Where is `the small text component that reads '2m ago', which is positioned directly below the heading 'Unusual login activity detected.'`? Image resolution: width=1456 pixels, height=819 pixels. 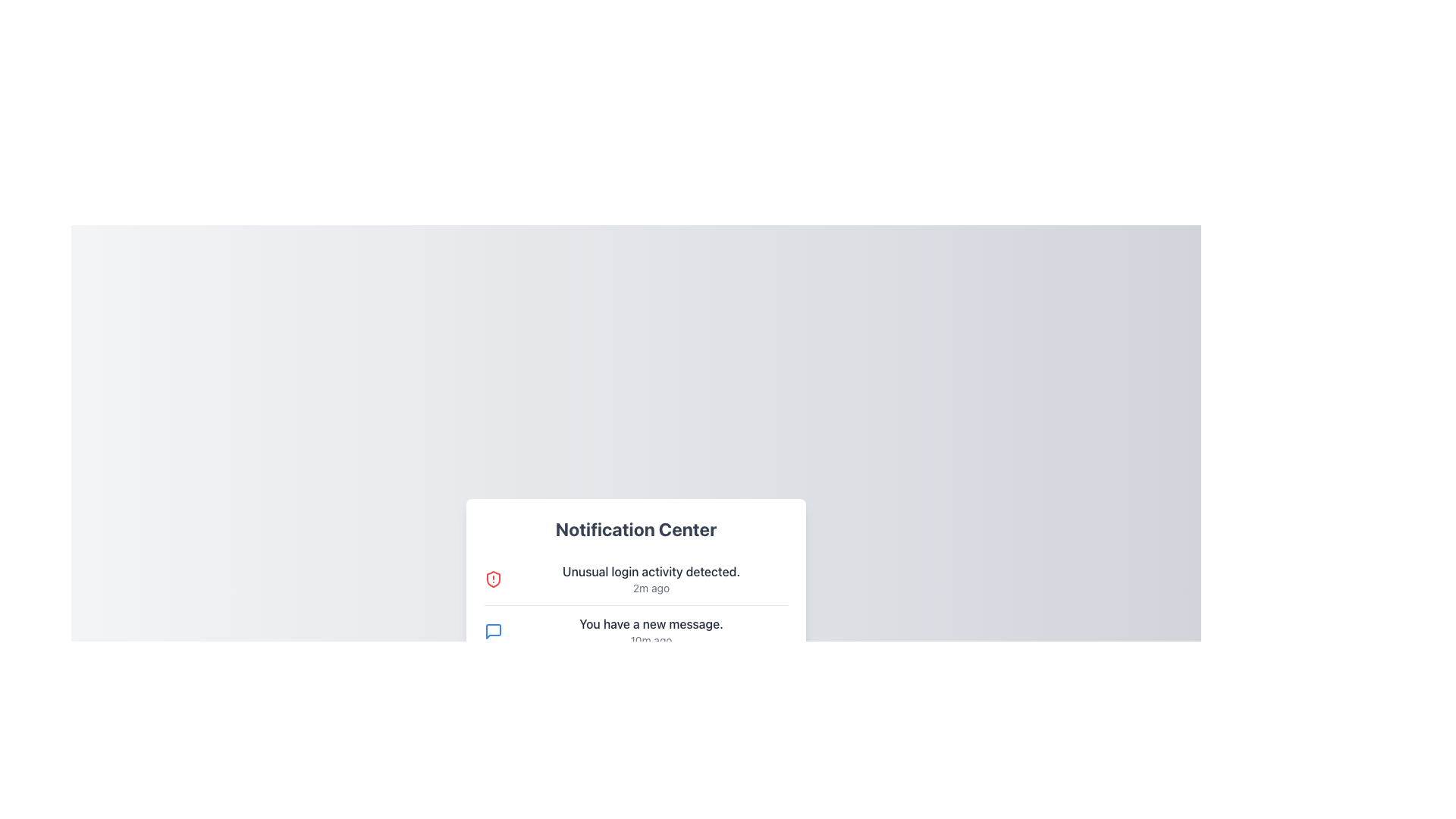 the small text component that reads '2m ago', which is positioned directly below the heading 'Unusual login activity detected.' is located at coordinates (651, 587).